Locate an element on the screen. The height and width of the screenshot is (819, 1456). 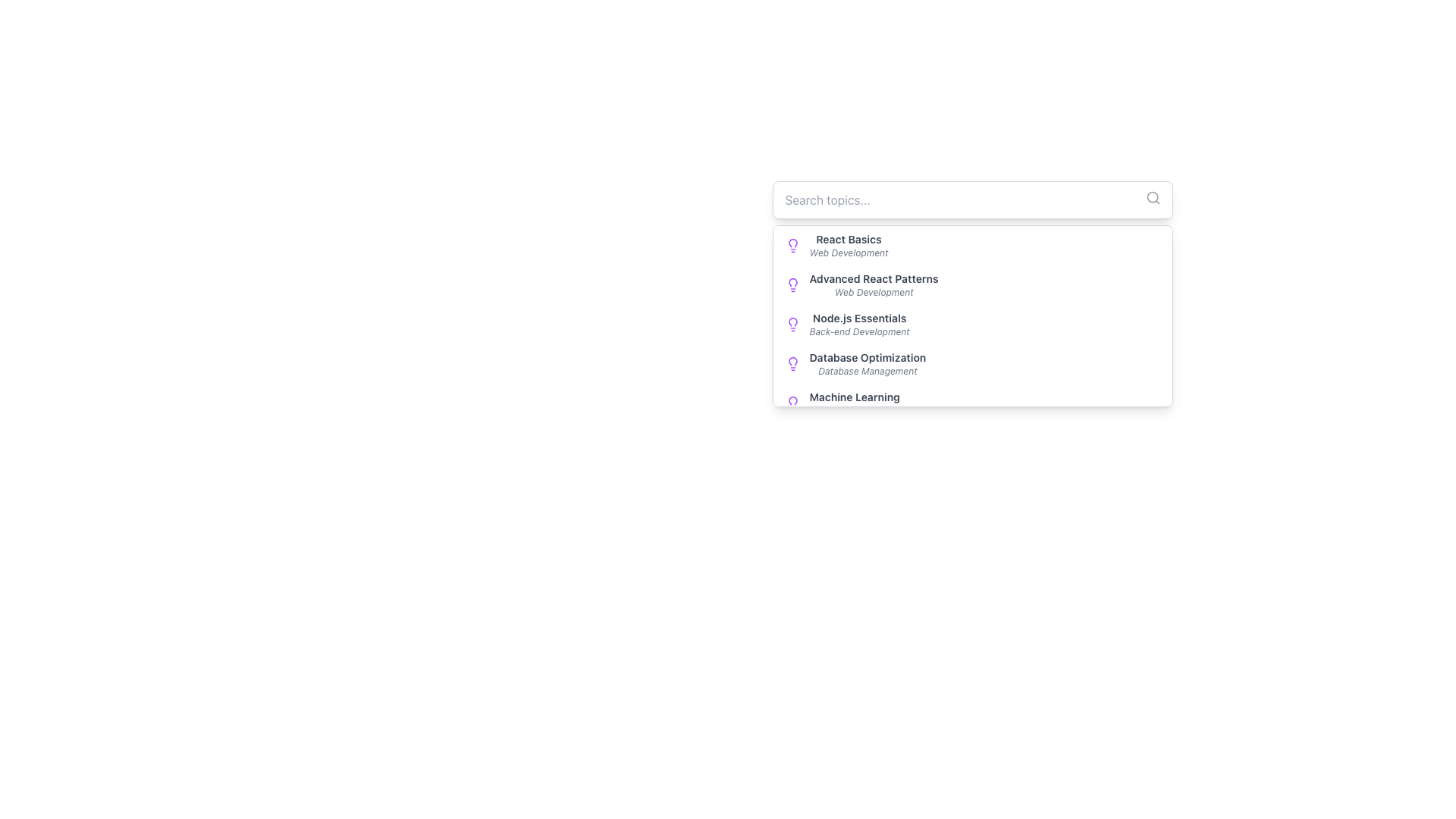
the last list item in the dropdown menu is located at coordinates (972, 403).